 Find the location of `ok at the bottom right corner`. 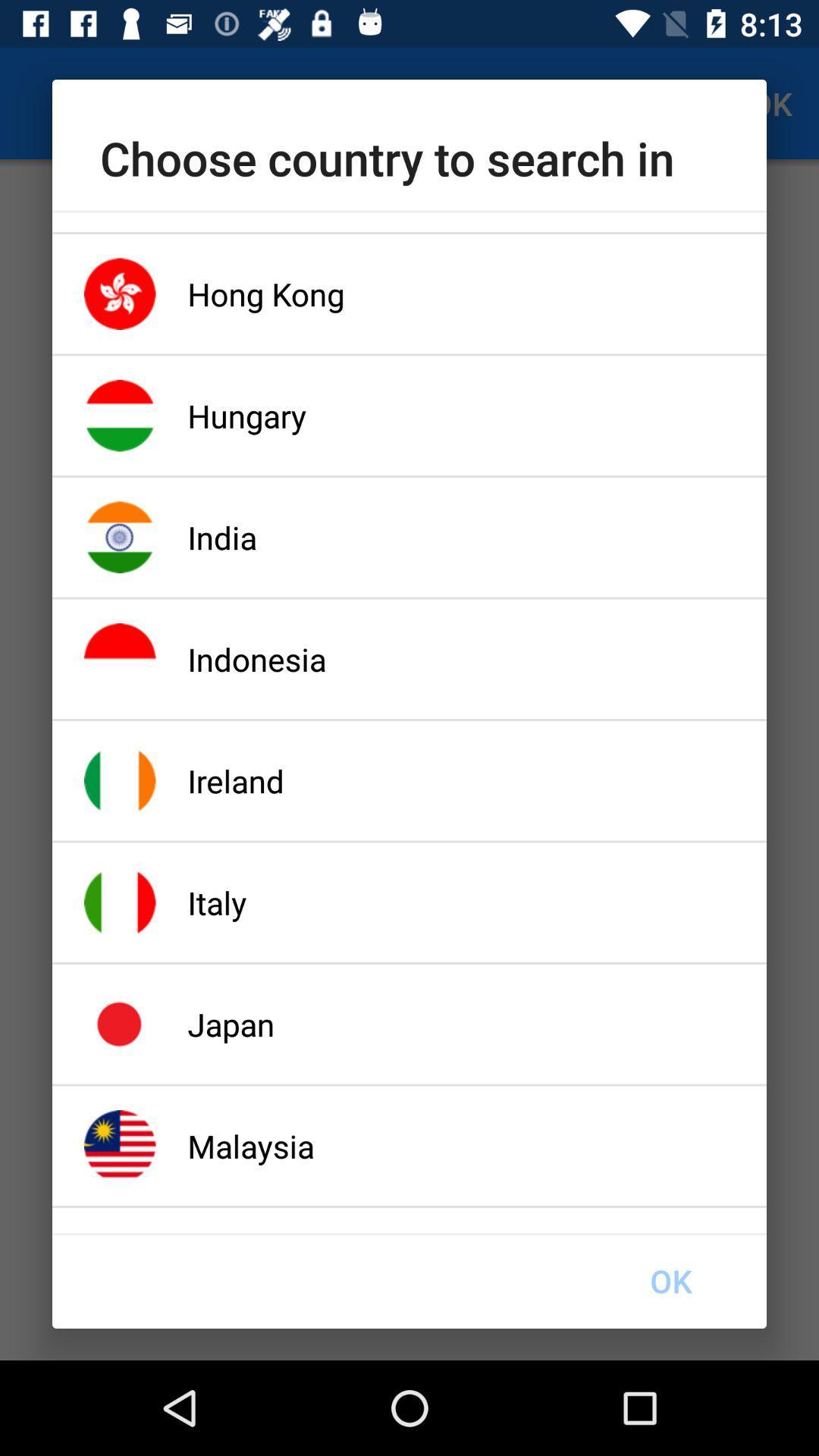

ok at the bottom right corner is located at coordinates (670, 1280).